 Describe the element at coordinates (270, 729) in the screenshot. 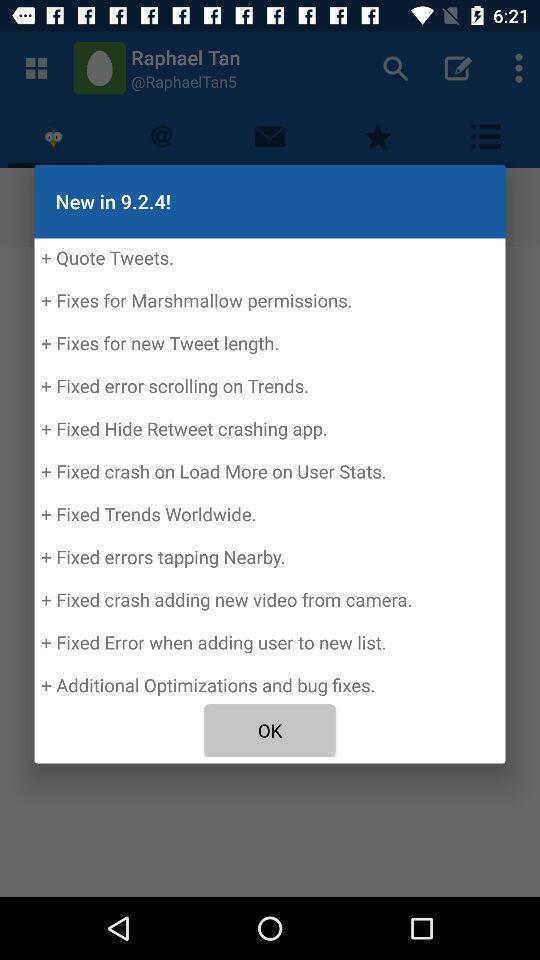

I see `ok item` at that location.